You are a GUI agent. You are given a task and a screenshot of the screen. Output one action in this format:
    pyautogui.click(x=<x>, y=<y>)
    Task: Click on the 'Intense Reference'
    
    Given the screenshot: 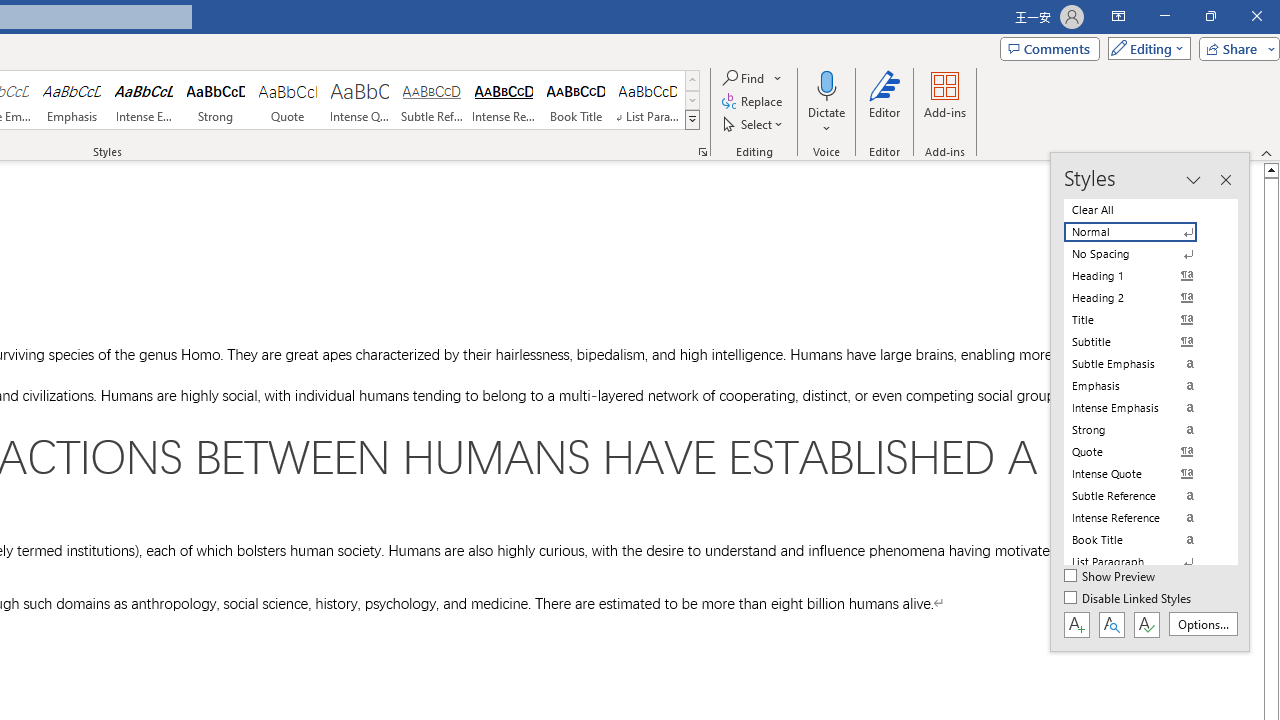 What is the action you would take?
    pyautogui.click(x=504, y=100)
    